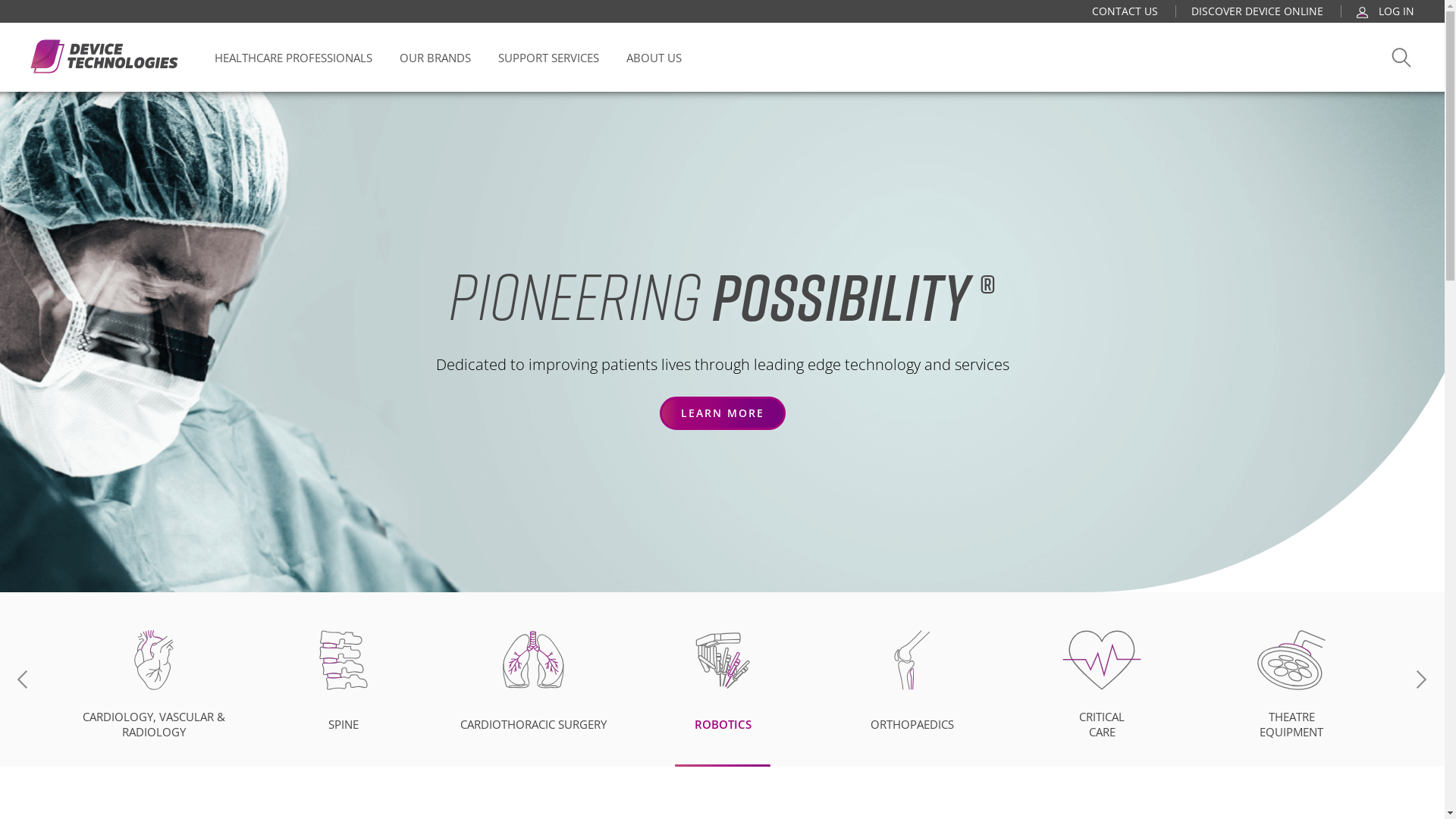 This screenshot has width=1456, height=819. What do you see at coordinates (1092, 11) in the screenshot?
I see `'CONTACT US'` at bounding box center [1092, 11].